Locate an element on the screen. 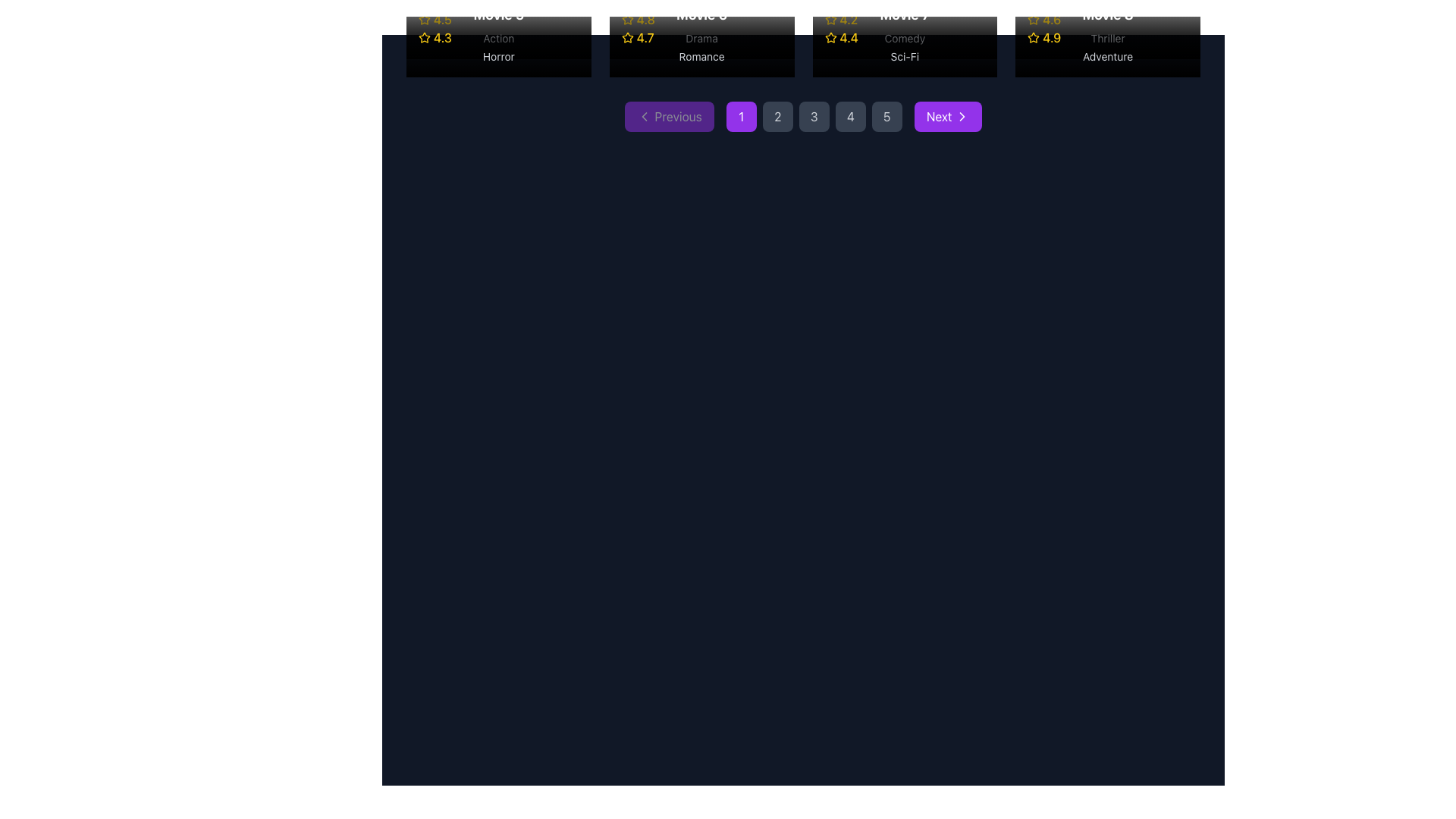 The image size is (1456, 819). the Chevron icon located inside the purple 'Next' button at the lower center area of the interface, which visually indicates moving forward or navigating to the next page is located at coordinates (962, 116).